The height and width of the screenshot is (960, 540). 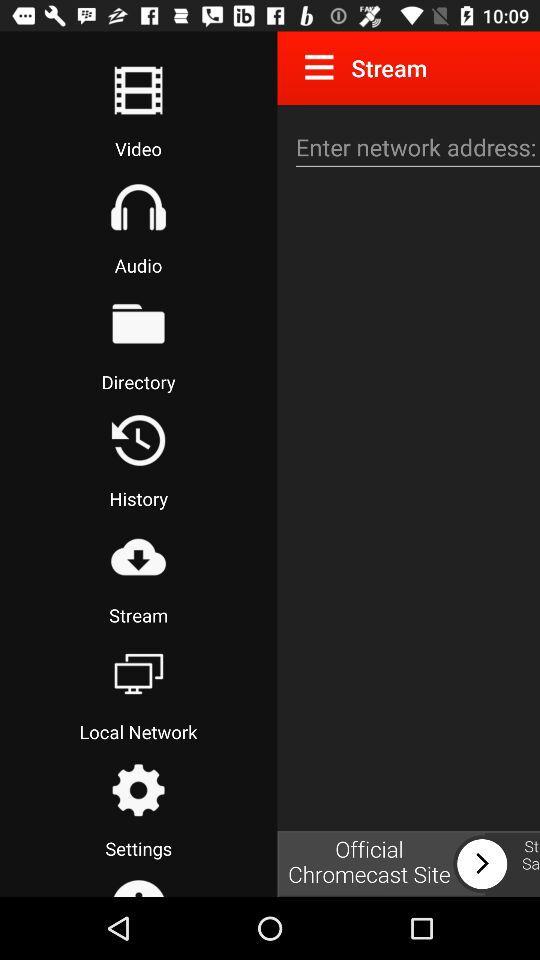 What do you see at coordinates (414, 146) in the screenshot?
I see `digite o email` at bounding box center [414, 146].